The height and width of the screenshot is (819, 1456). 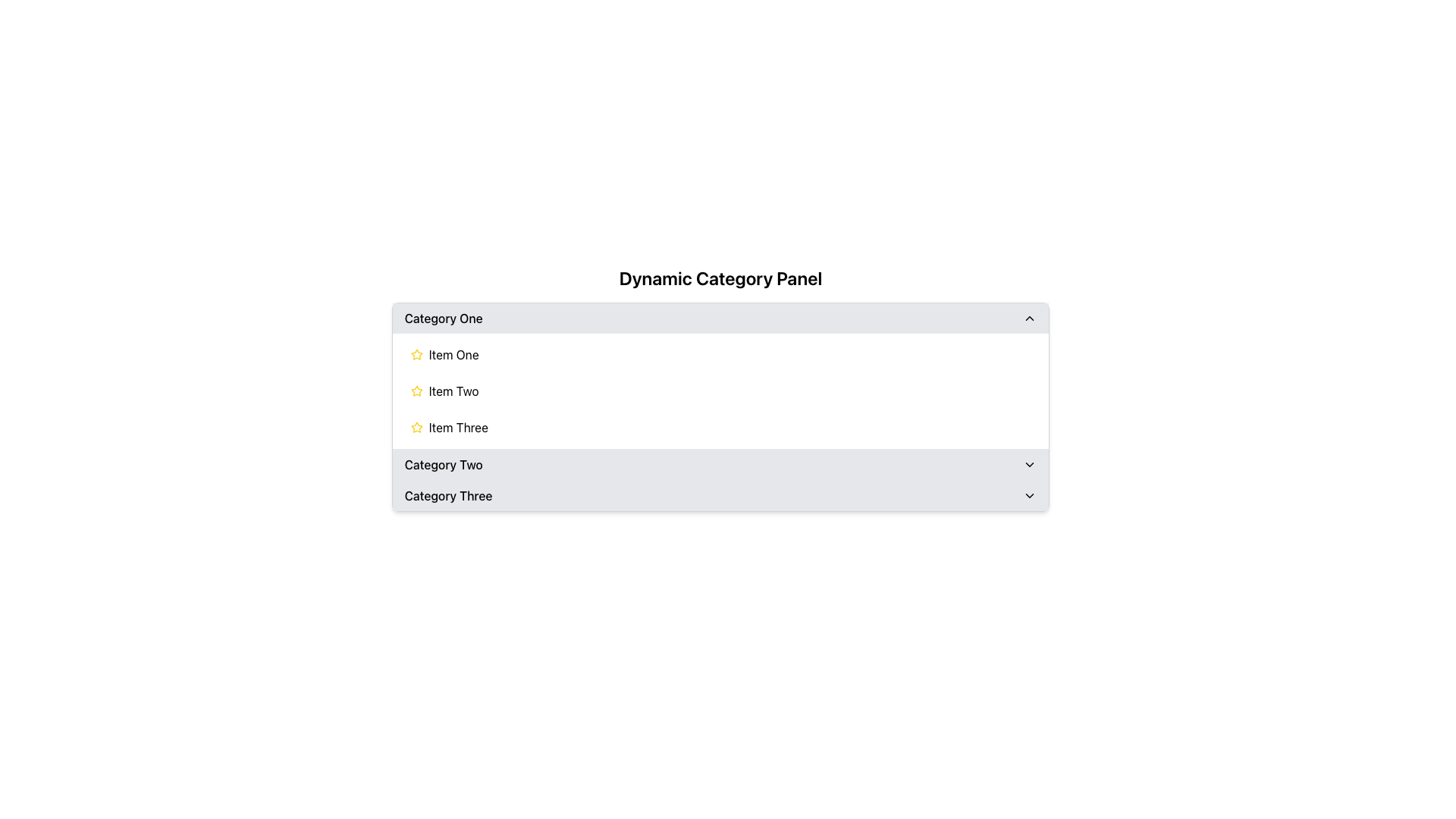 What do you see at coordinates (1030, 318) in the screenshot?
I see `the upward-pointing chevron icon located at the far right end of the 'Category One' section header` at bounding box center [1030, 318].